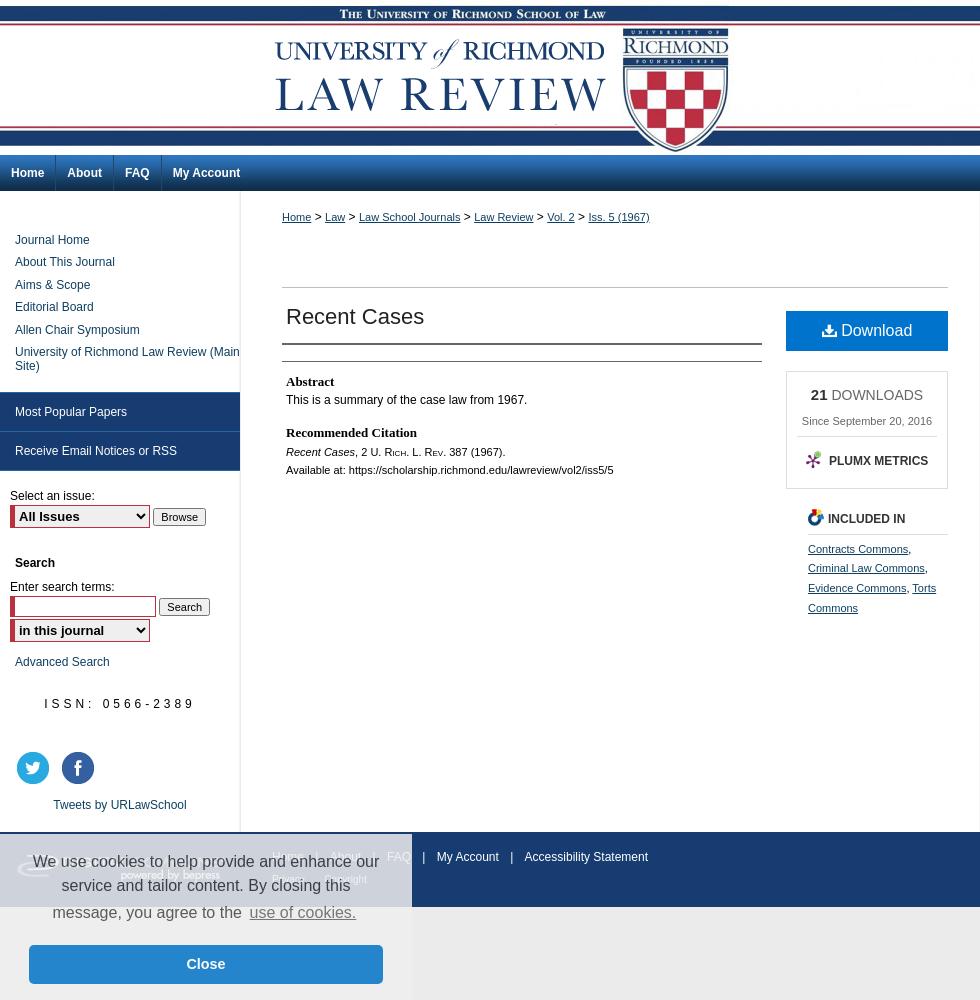 This screenshot has height=1000, width=980. I want to click on 'University of Richmond Law Review (Main Site)', so click(127, 357).